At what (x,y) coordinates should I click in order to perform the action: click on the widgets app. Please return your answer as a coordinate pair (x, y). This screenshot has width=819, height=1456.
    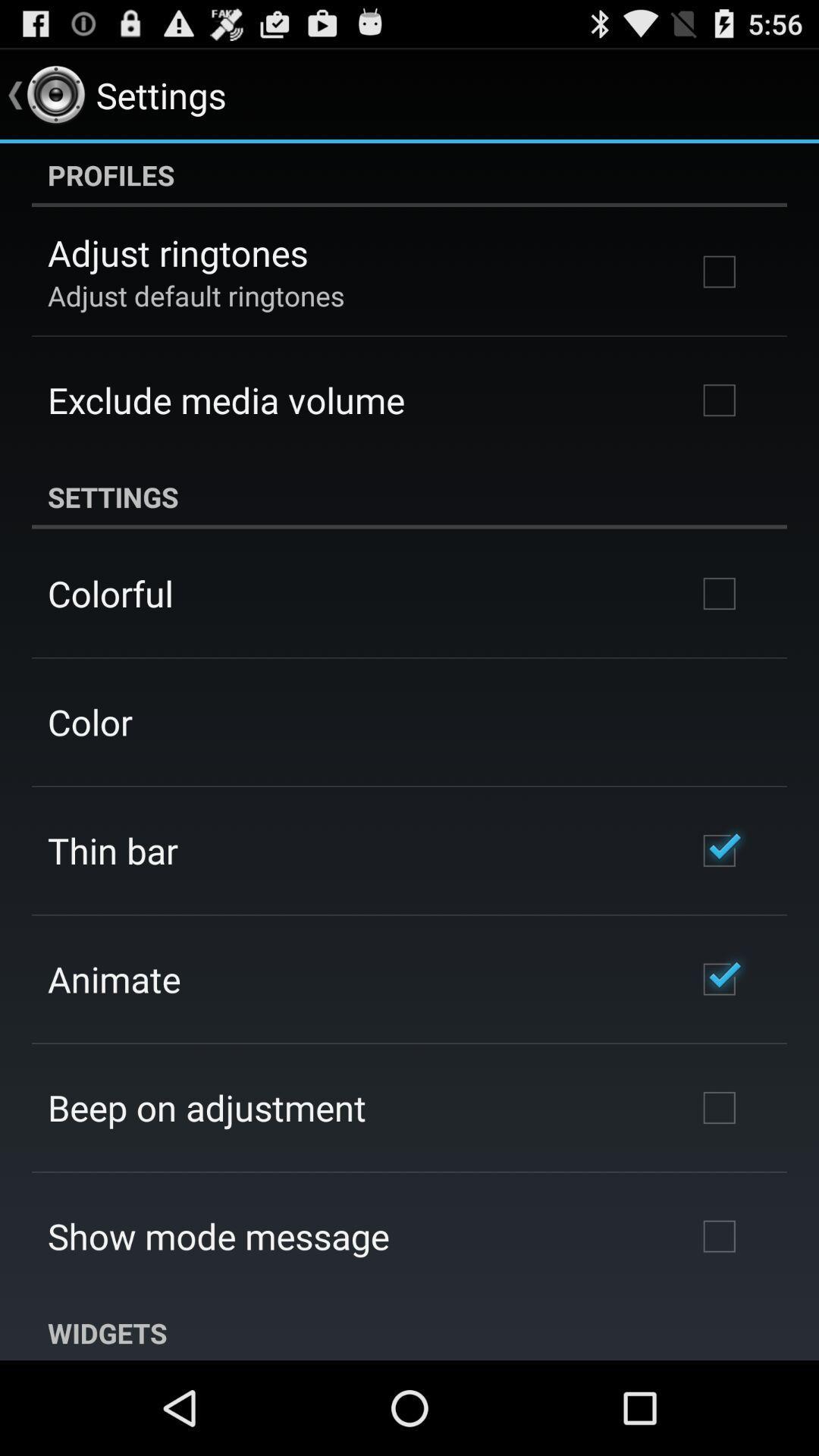
    Looking at the image, I should click on (409, 1330).